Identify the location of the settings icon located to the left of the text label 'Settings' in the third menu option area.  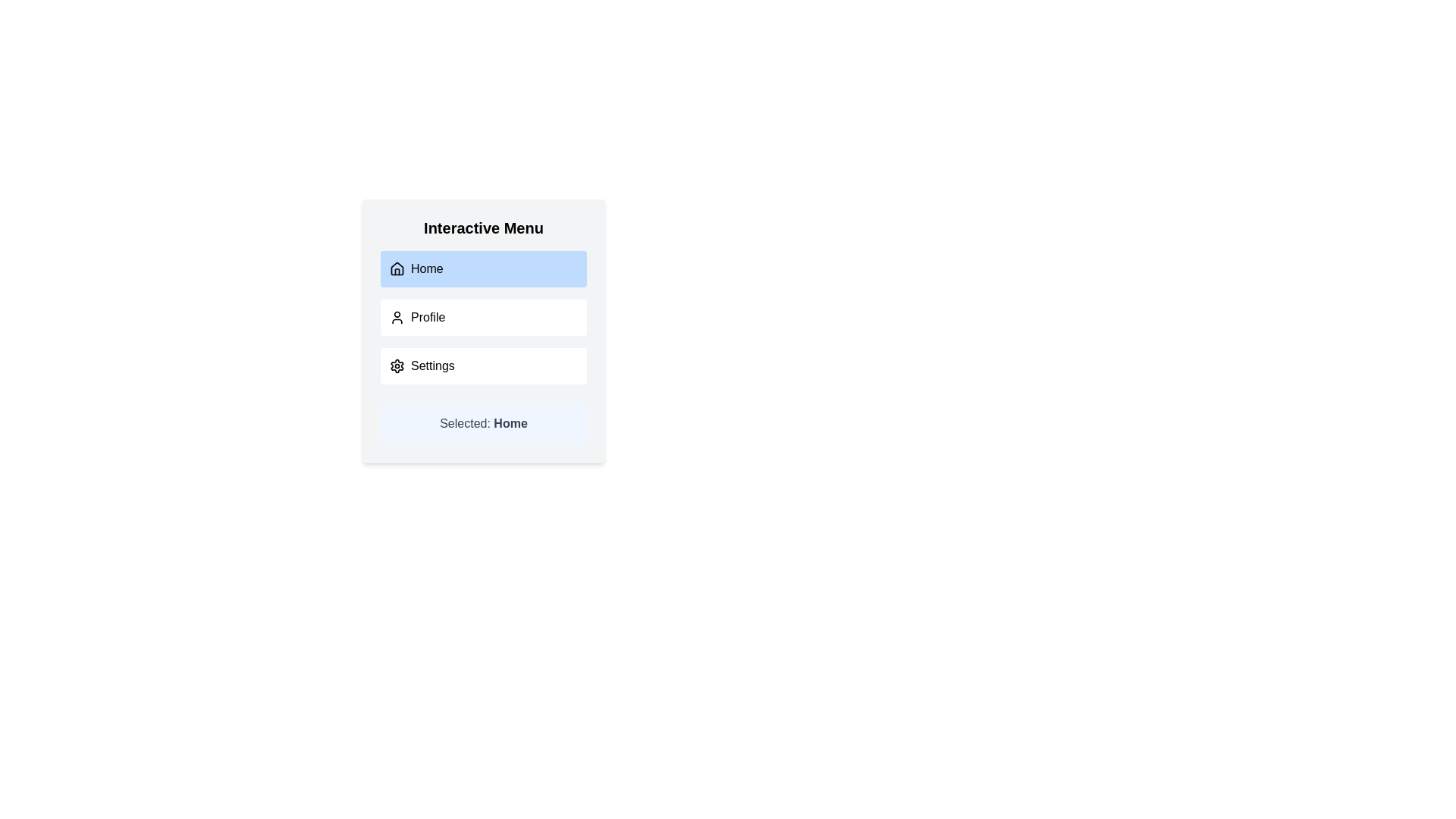
(397, 366).